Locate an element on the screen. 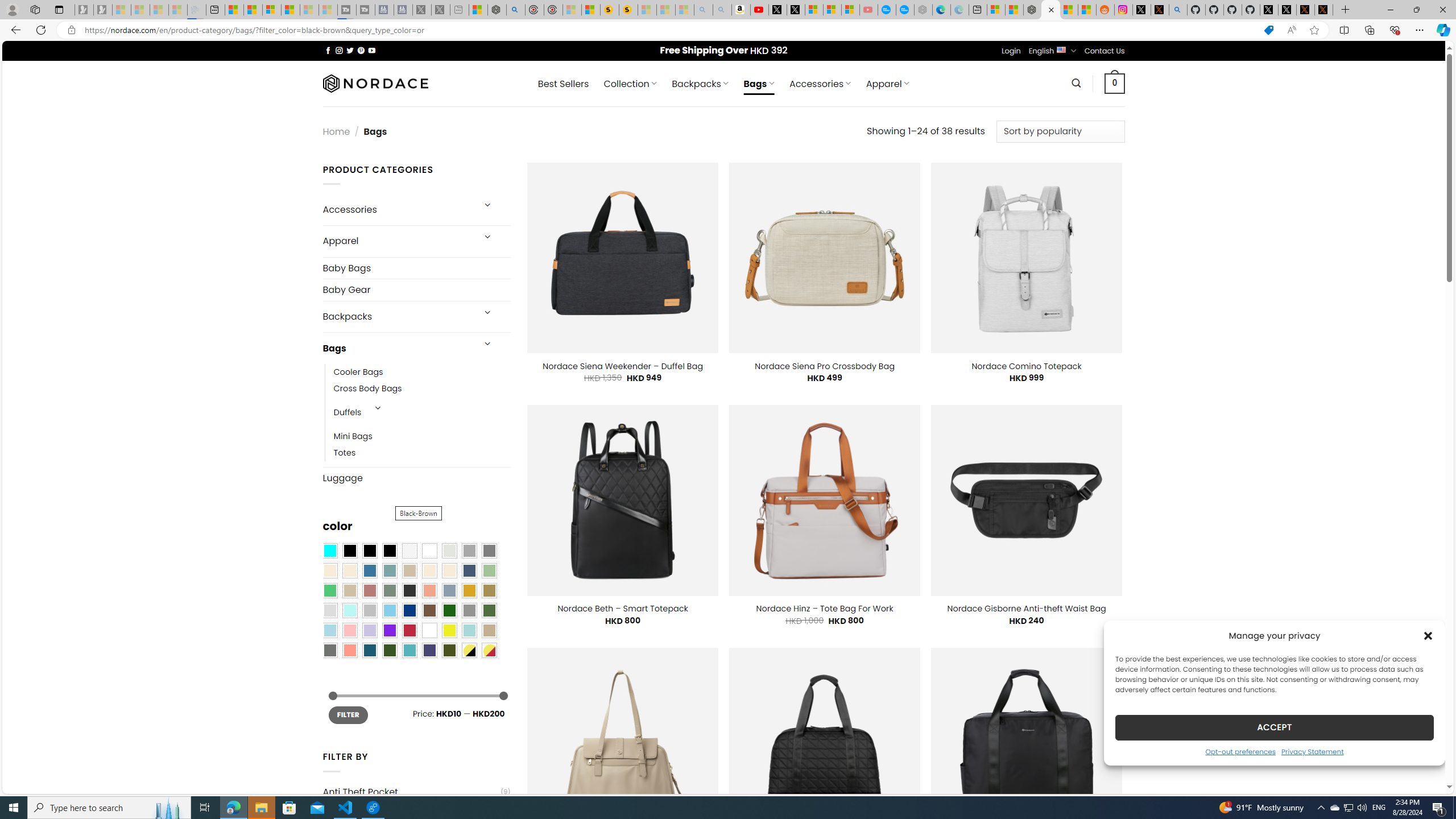 This screenshot has width=1456, height=819. 'Rose' is located at coordinates (369, 590).